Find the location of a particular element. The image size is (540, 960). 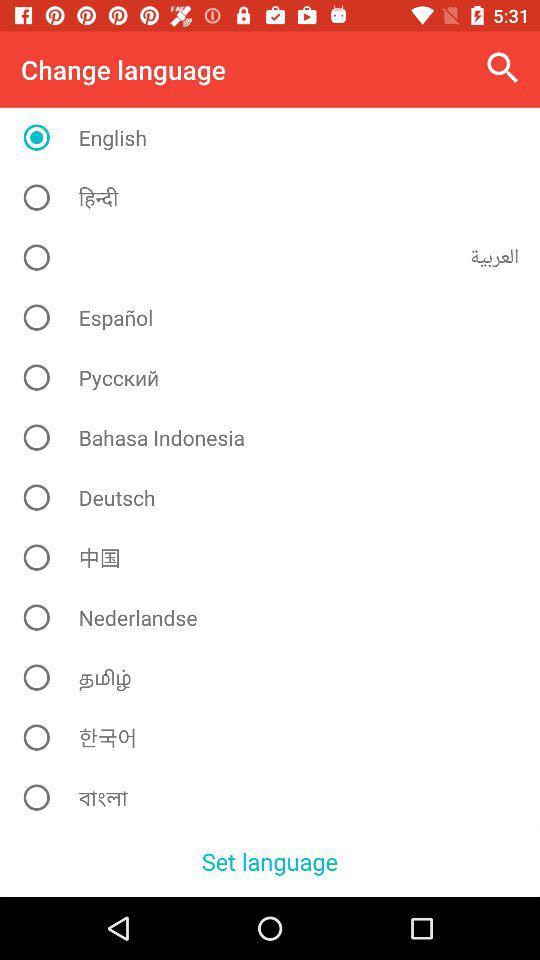

deutsch is located at coordinates (276, 496).